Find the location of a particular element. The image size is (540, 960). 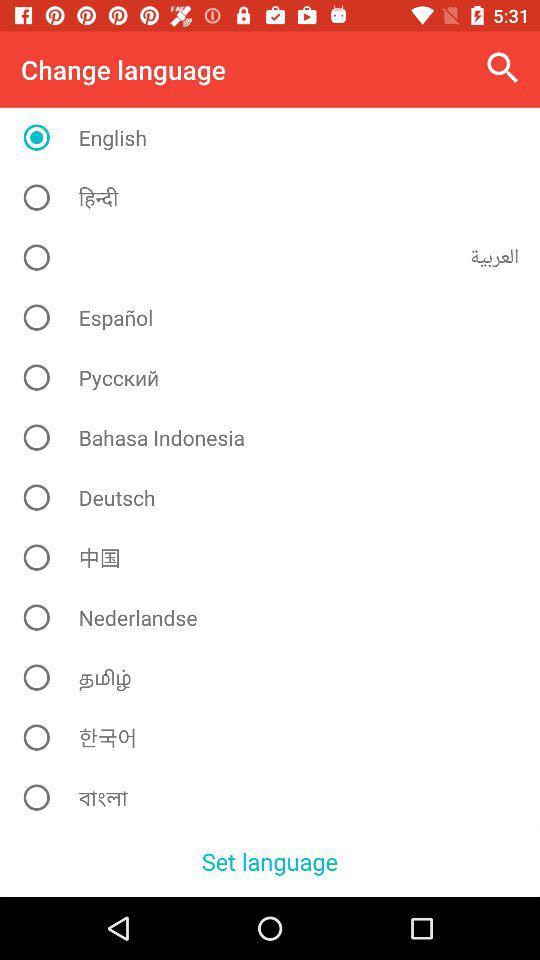

deutsch is located at coordinates (276, 496).